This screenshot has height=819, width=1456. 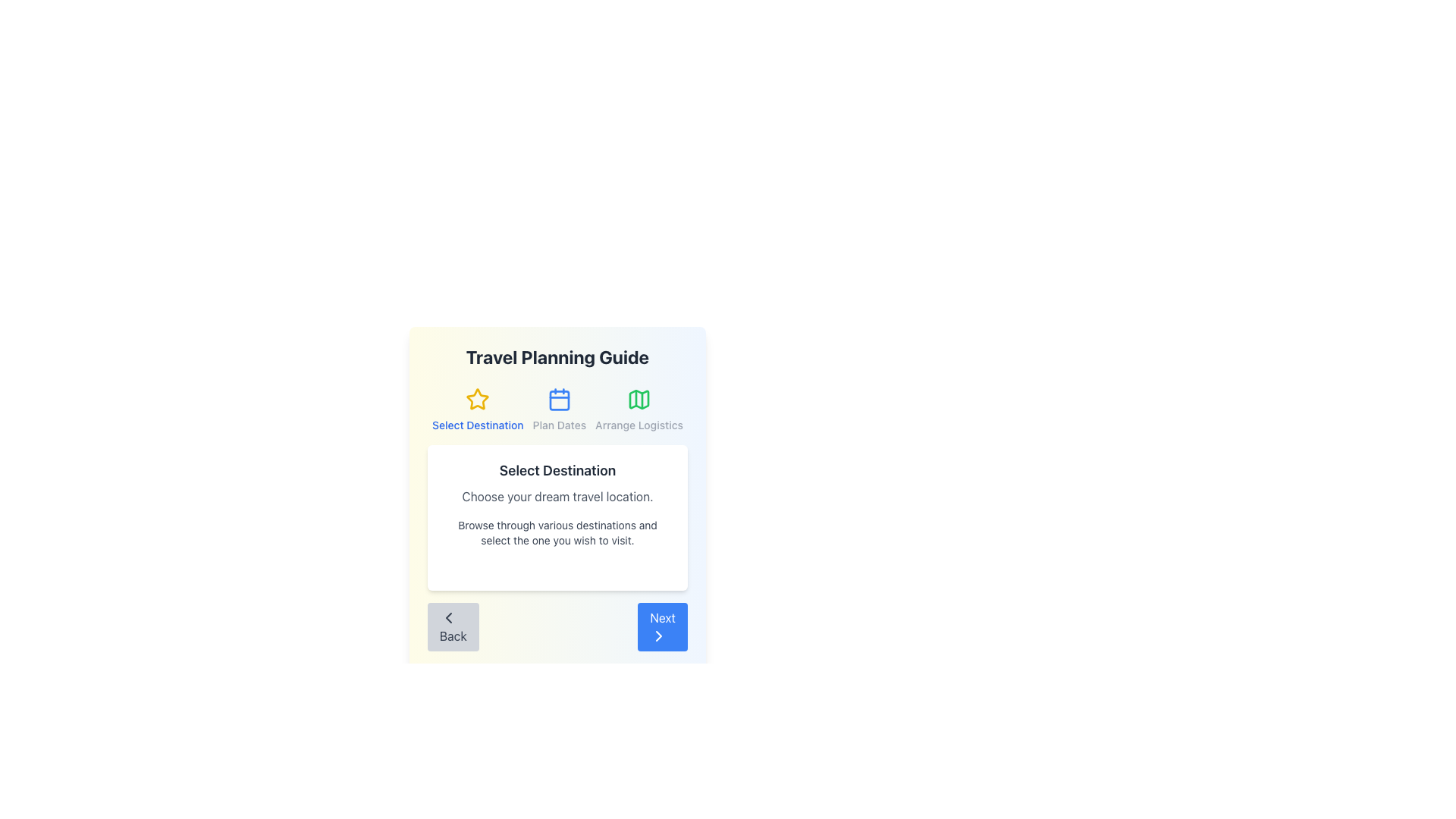 I want to click on the 'Arrange Logistics' button, which features a green map icon and is styled in gray, located below the 'Travel Planning Guide' header and to the right of 'Plan Dates', so click(x=639, y=409).